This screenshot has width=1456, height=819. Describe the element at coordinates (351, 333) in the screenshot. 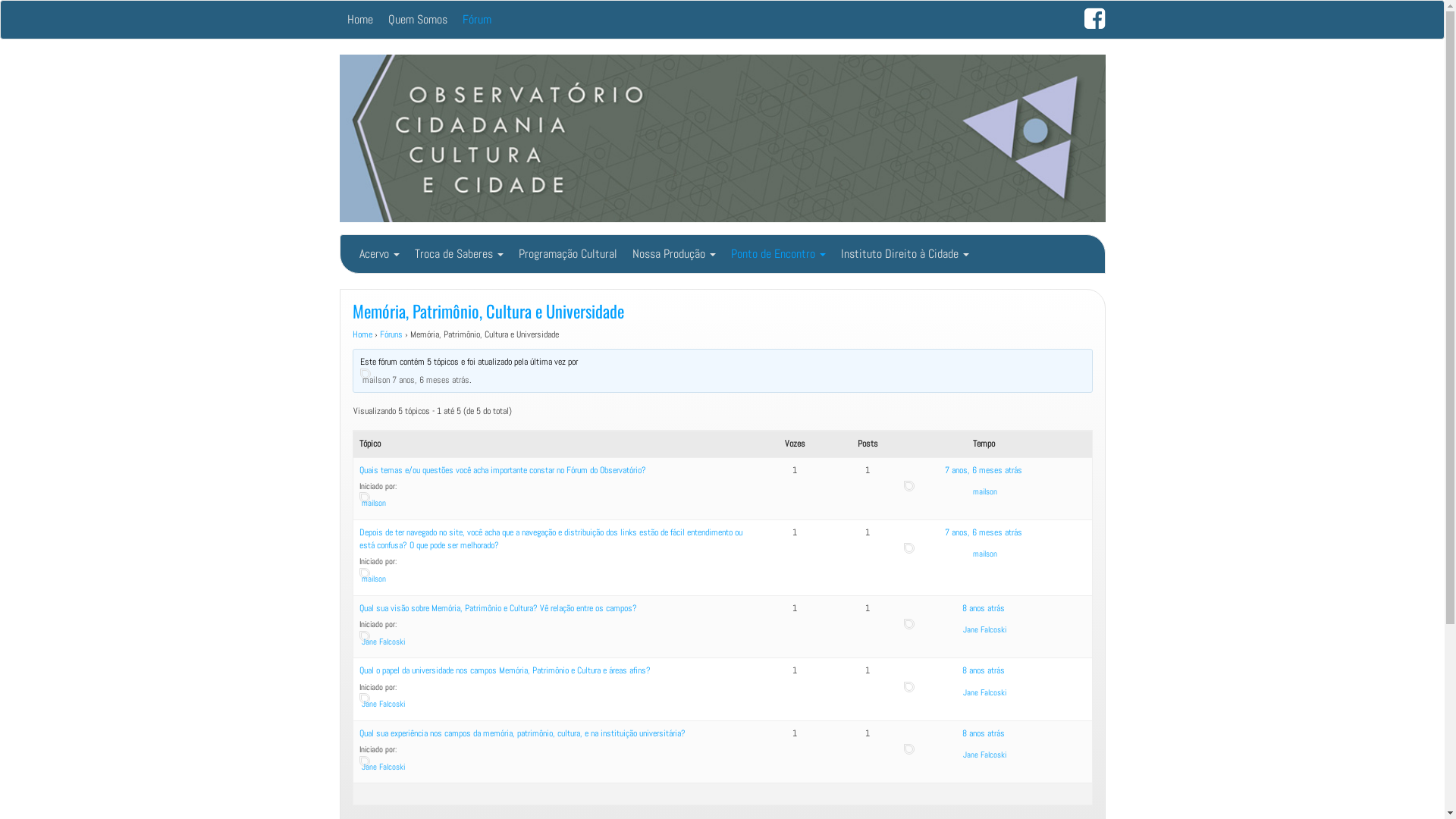

I see `'Home'` at that location.